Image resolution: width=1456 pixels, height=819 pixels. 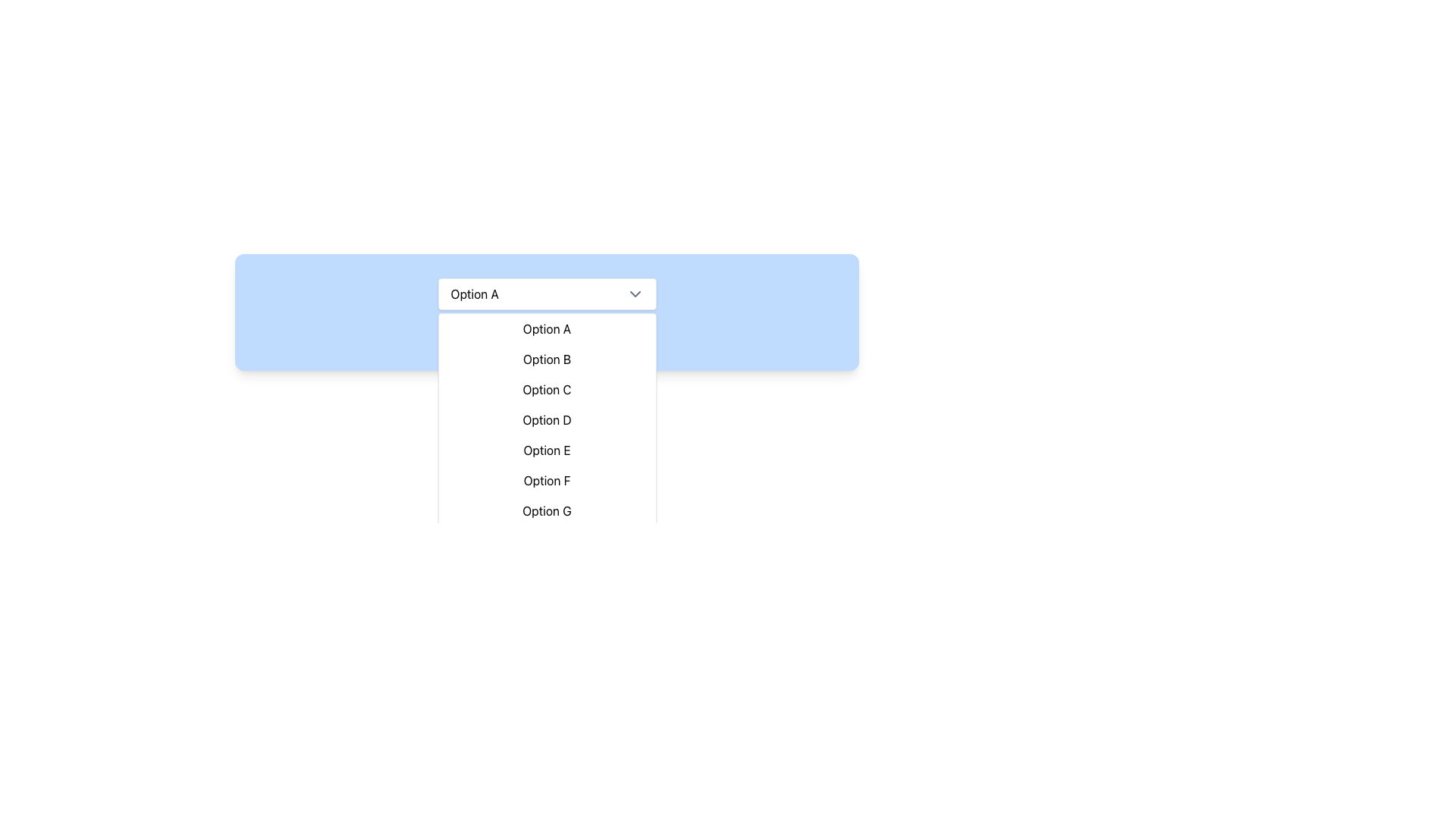 I want to click on the dropdown option labeled 'Option B', so click(x=546, y=359).